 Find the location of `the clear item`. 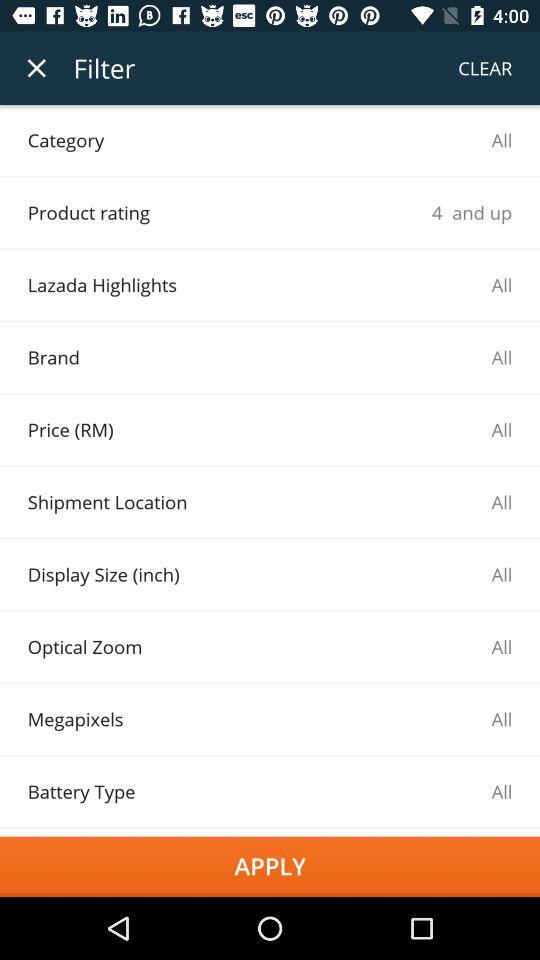

the clear item is located at coordinates (484, 68).